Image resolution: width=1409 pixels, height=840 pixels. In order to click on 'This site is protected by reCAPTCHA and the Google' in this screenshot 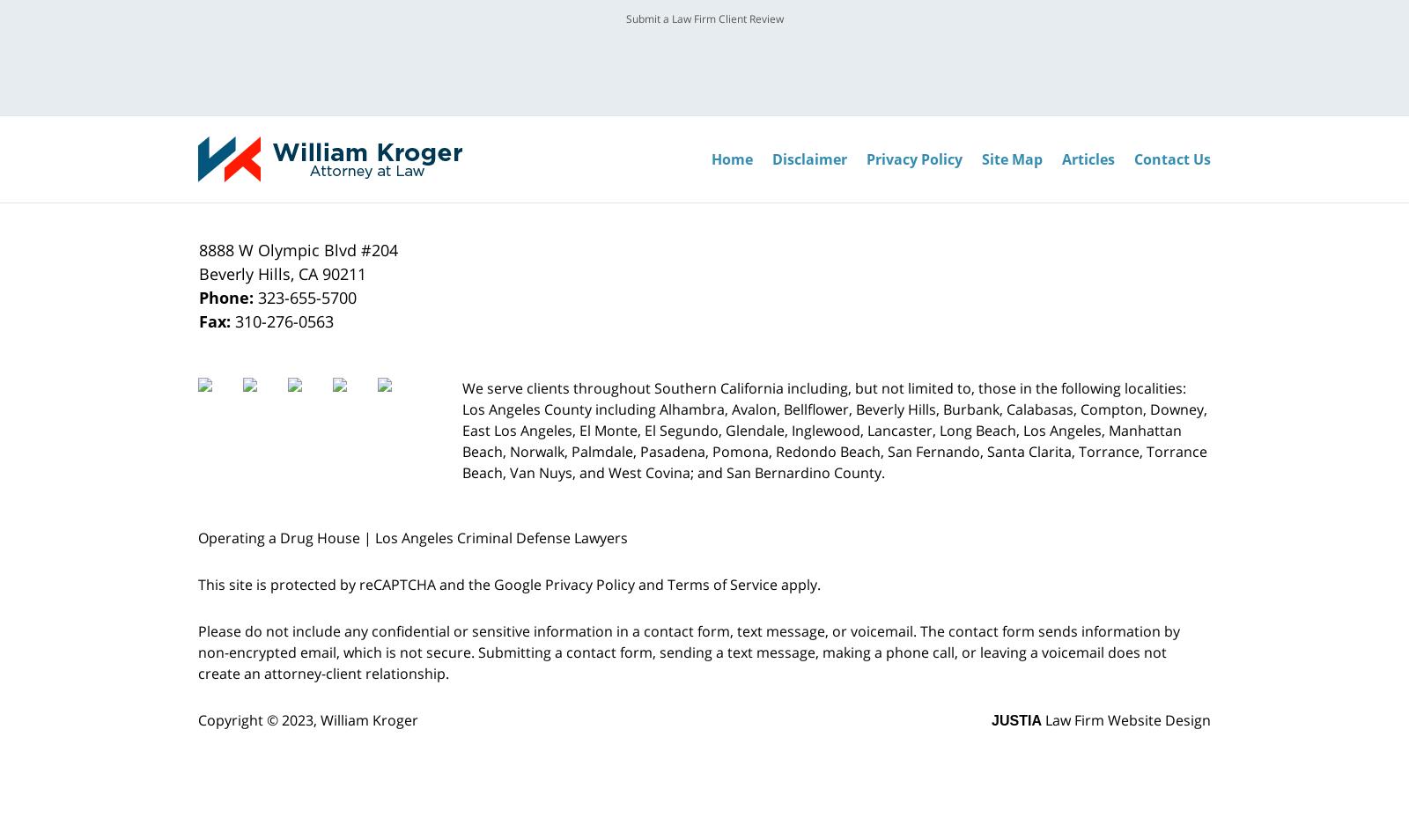, I will do `click(371, 583)`.